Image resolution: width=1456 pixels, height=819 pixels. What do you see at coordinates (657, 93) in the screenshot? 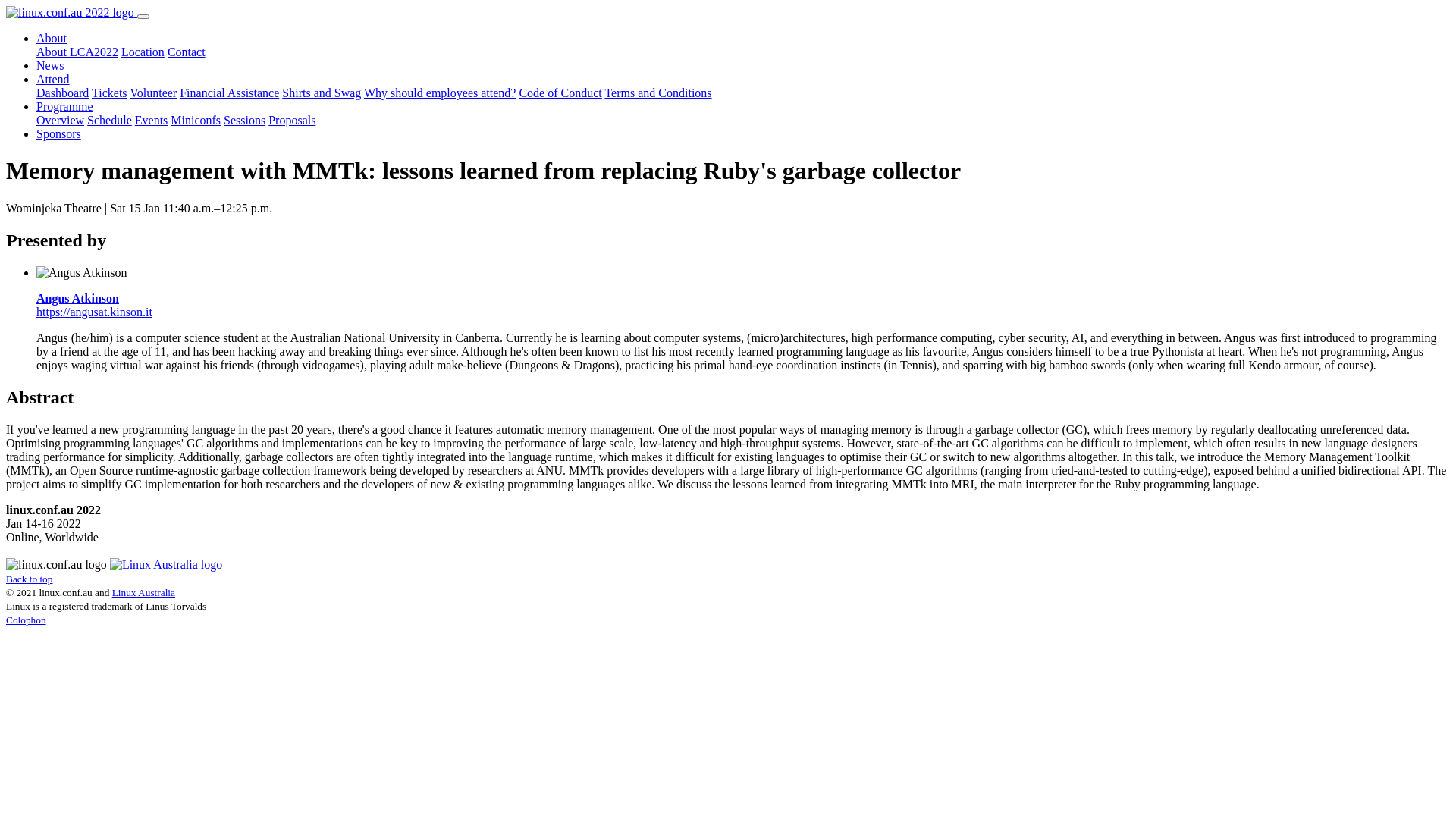
I see `'Terms and Conditions'` at bounding box center [657, 93].